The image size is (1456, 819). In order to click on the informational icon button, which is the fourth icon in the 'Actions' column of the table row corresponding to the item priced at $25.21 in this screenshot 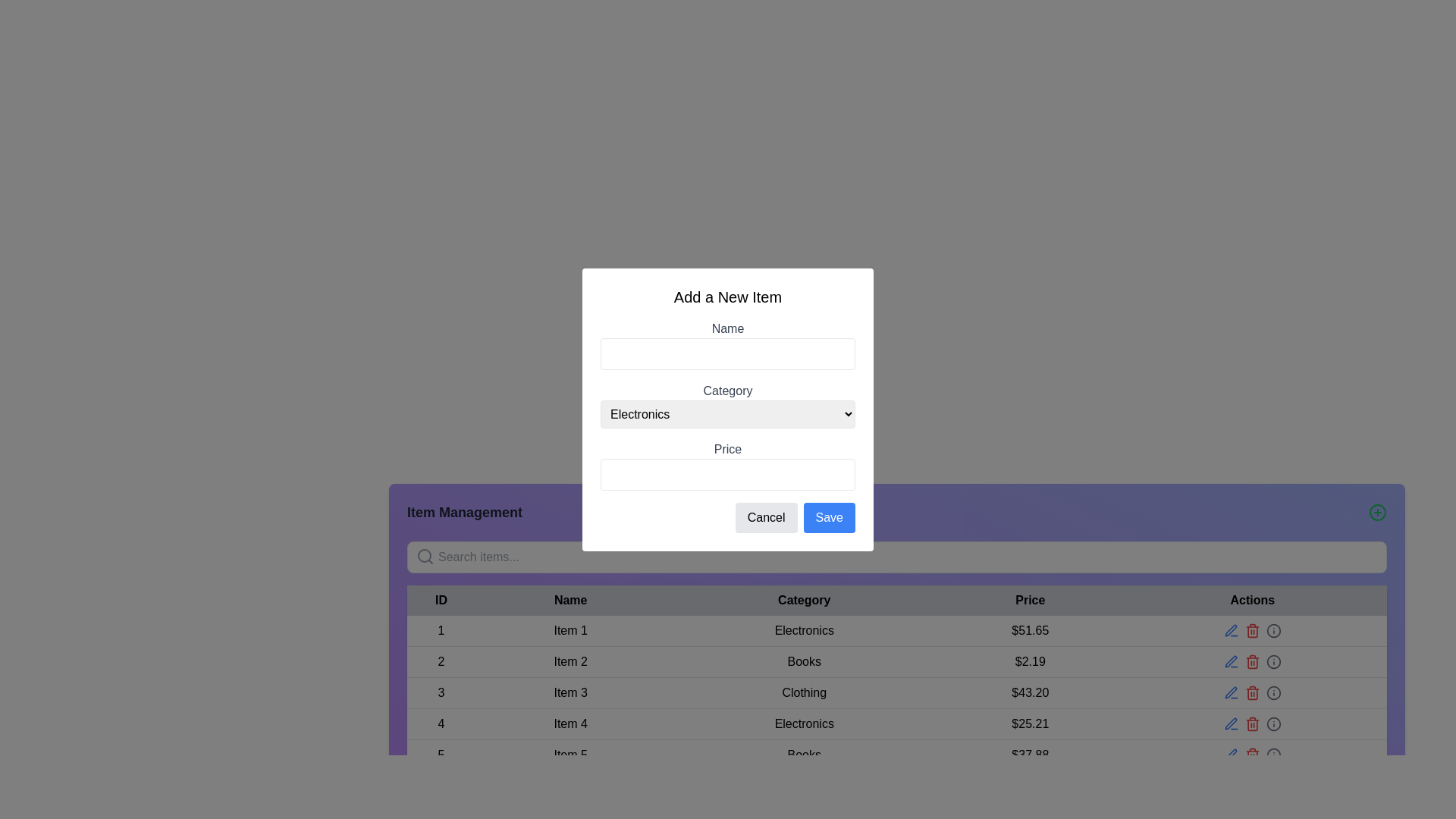, I will do `click(1273, 631)`.